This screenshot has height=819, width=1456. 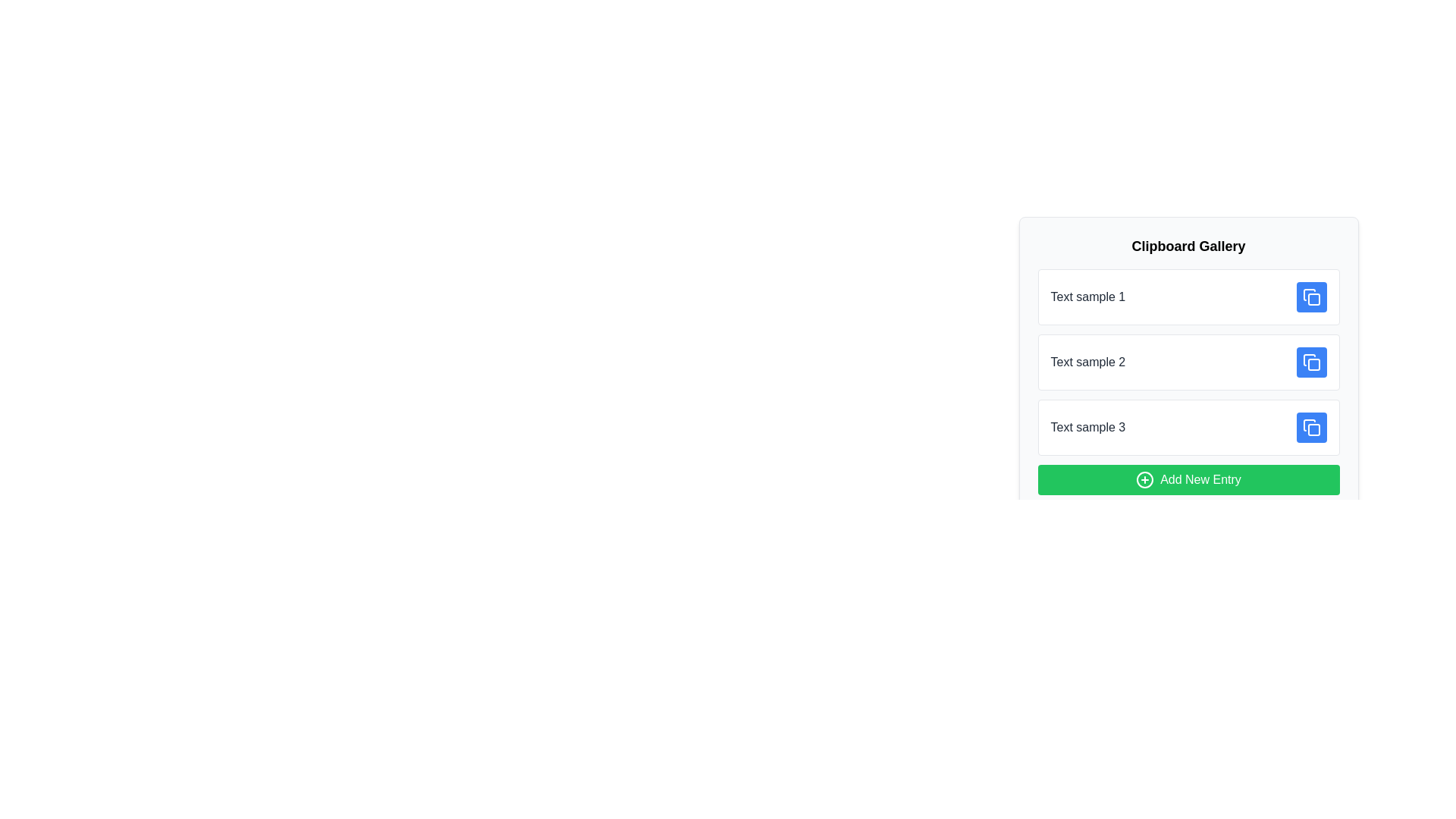 I want to click on the rounded blue button with an icon of overlapping squares, located to the far-right of the row associated with 'Text sample 1', so click(x=1310, y=297).